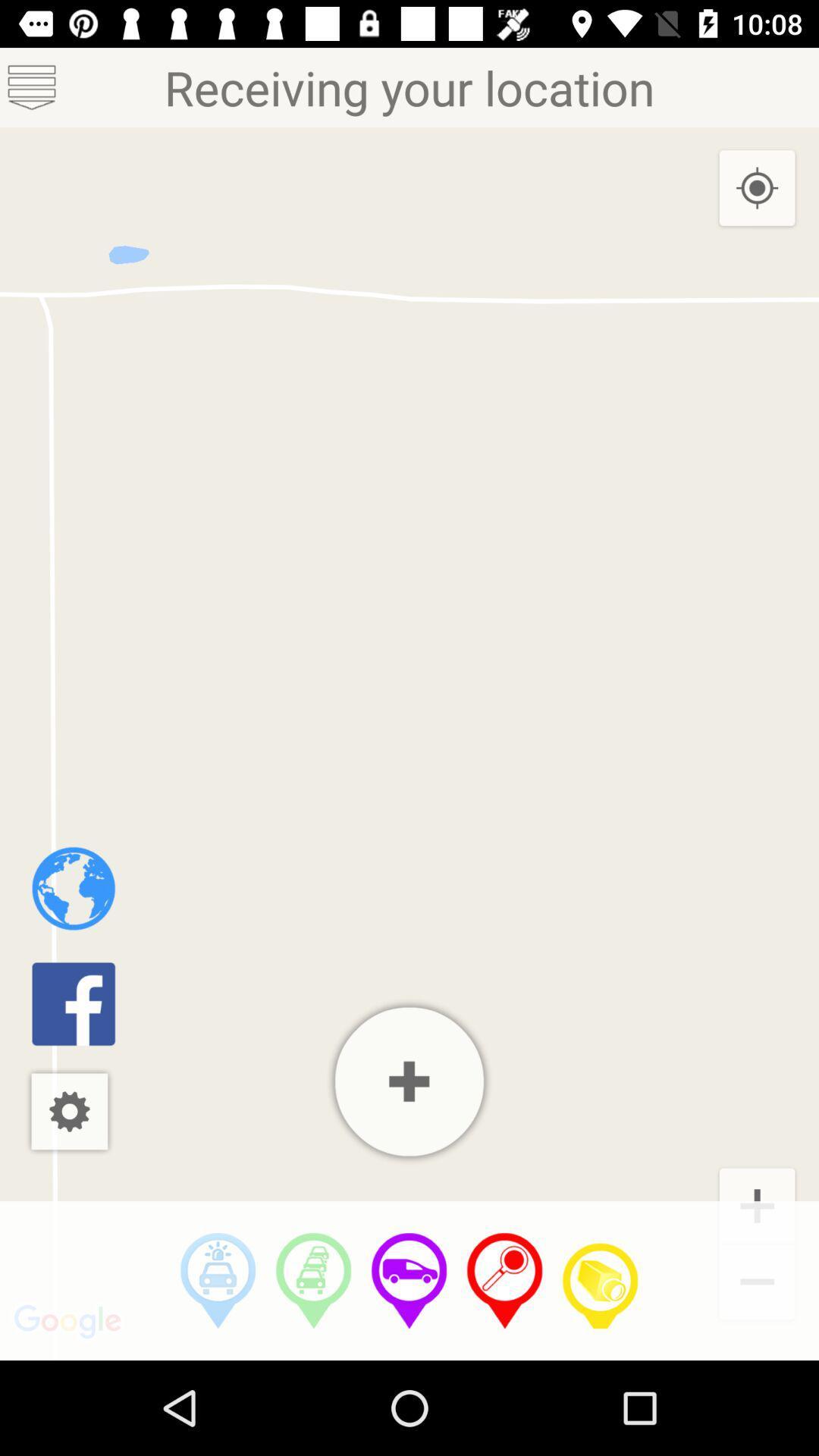  Describe the element at coordinates (74, 888) in the screenshot. I see `home` at that location.